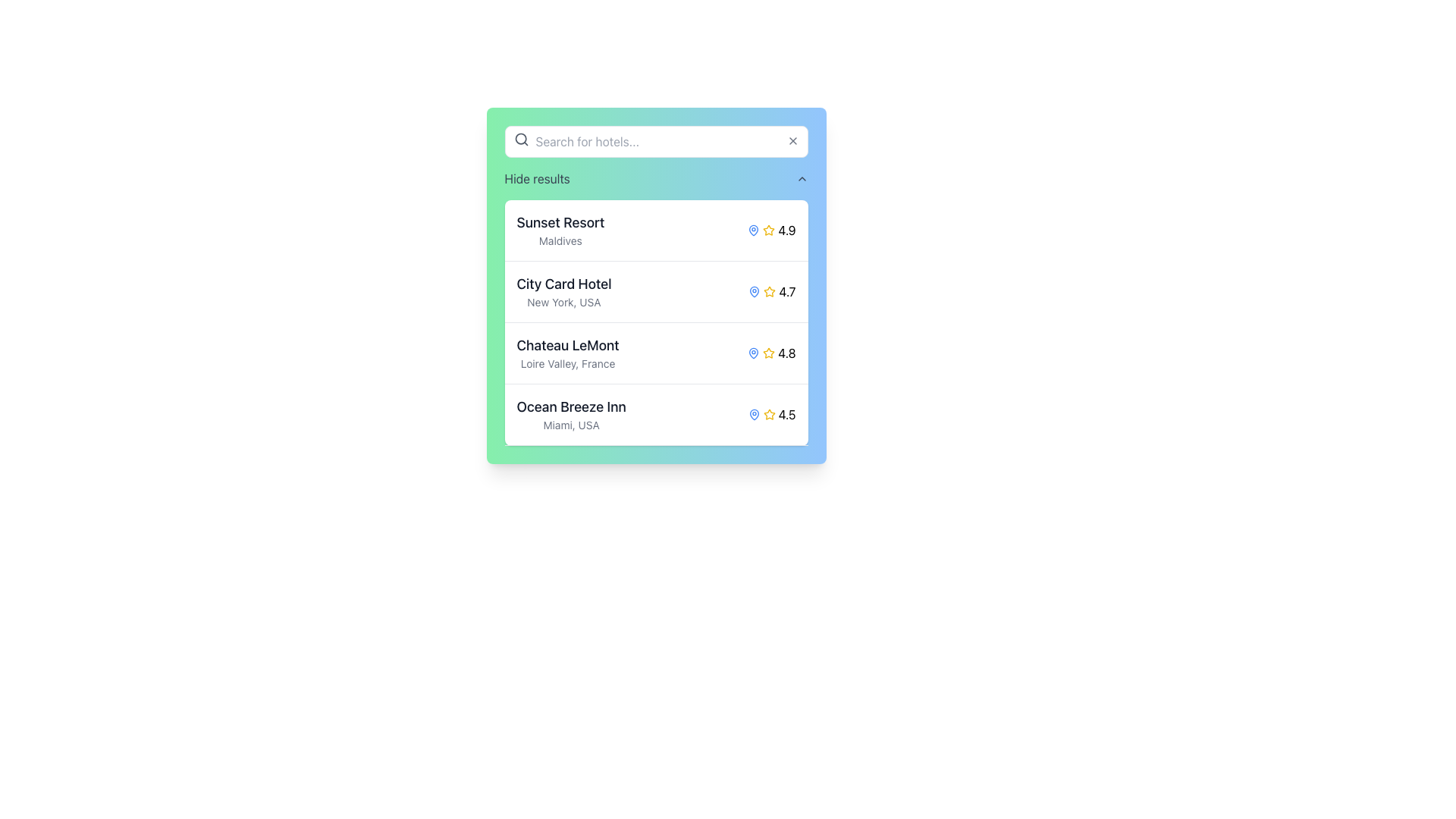  Describe the element at coordinates (656, 292) in the screenshot. I see `the second hotel listing in the list, which provides information about a specific hotel including its name, location, and rating` at that location.